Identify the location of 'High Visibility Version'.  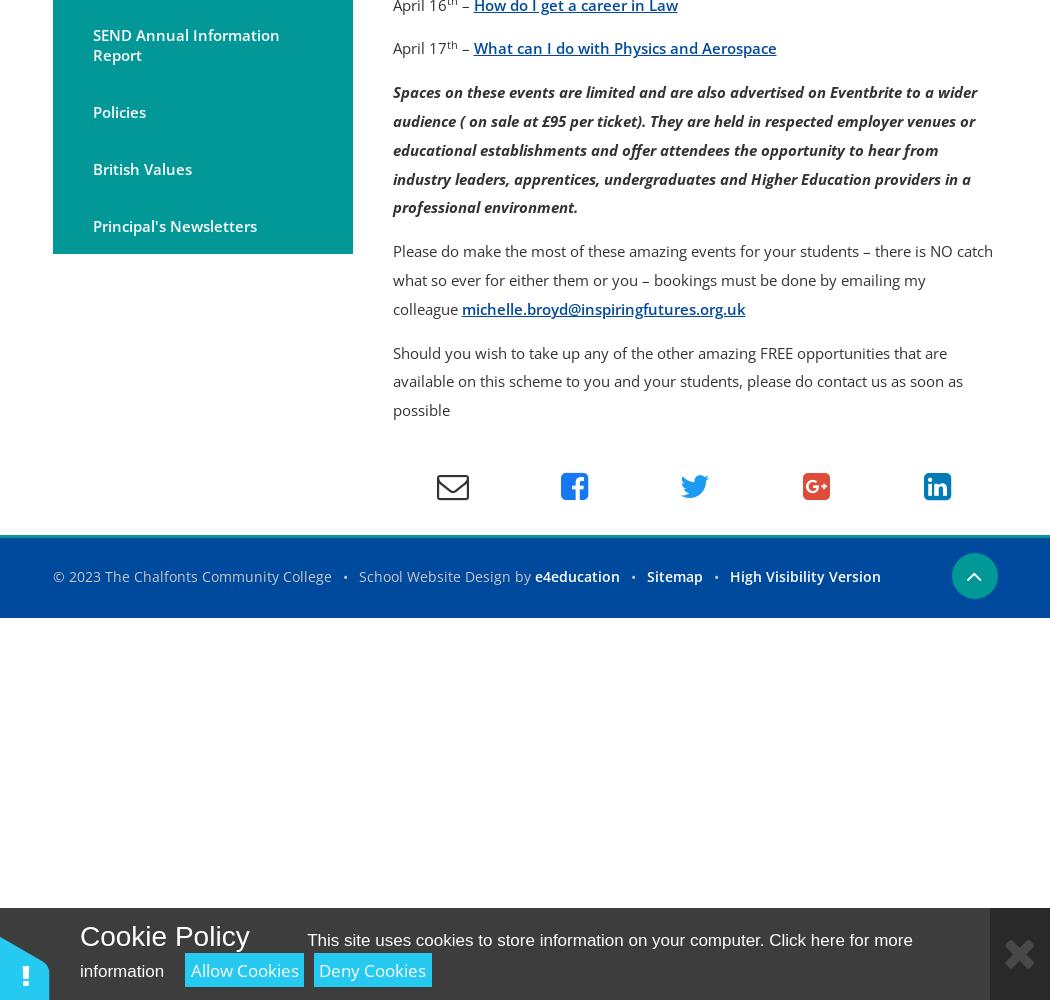
(803, 575).